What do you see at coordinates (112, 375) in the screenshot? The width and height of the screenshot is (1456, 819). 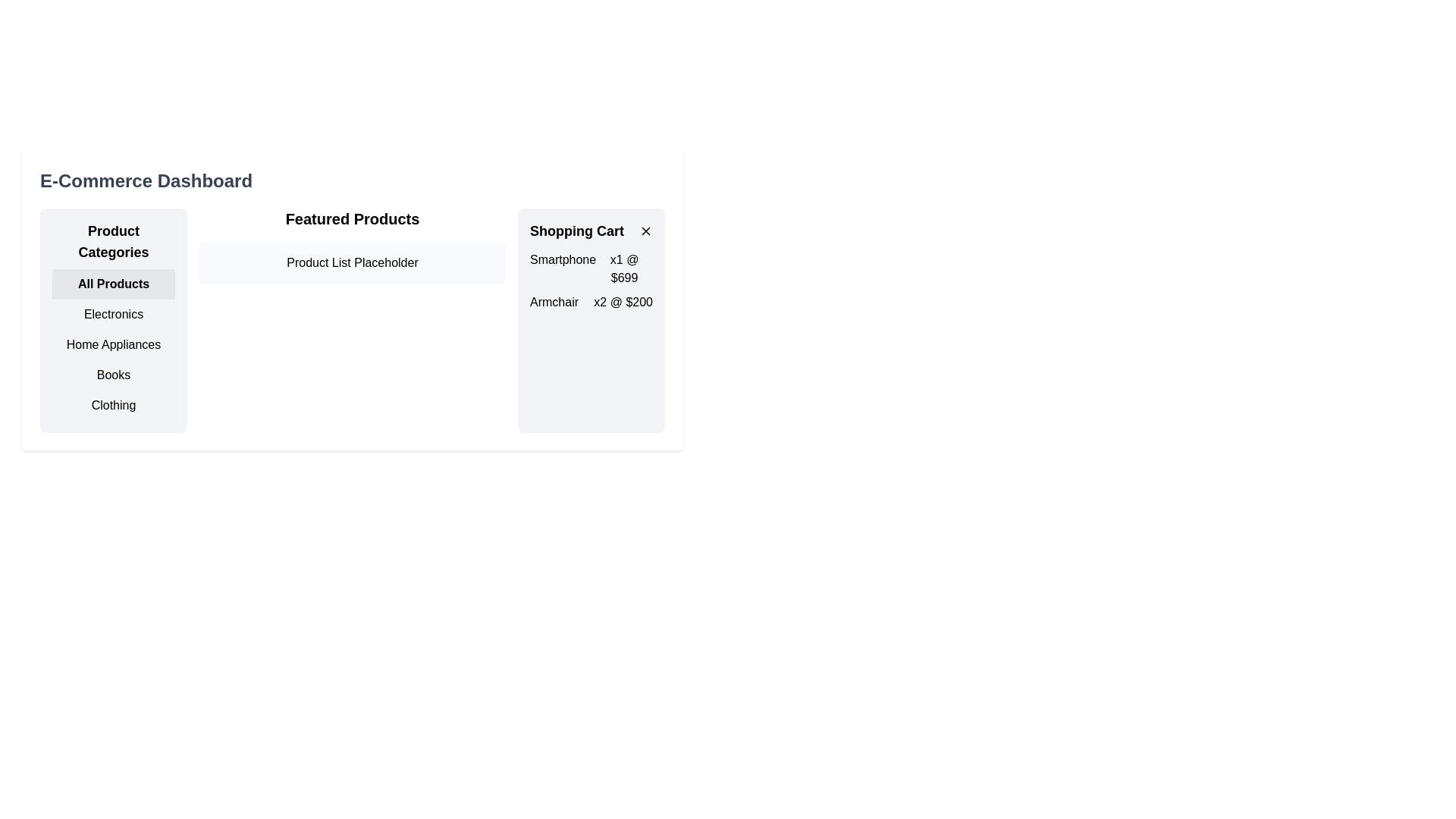 I see `the 'Books' category selector button in the e-commerce dashboard` at bounding box center [112, 375].